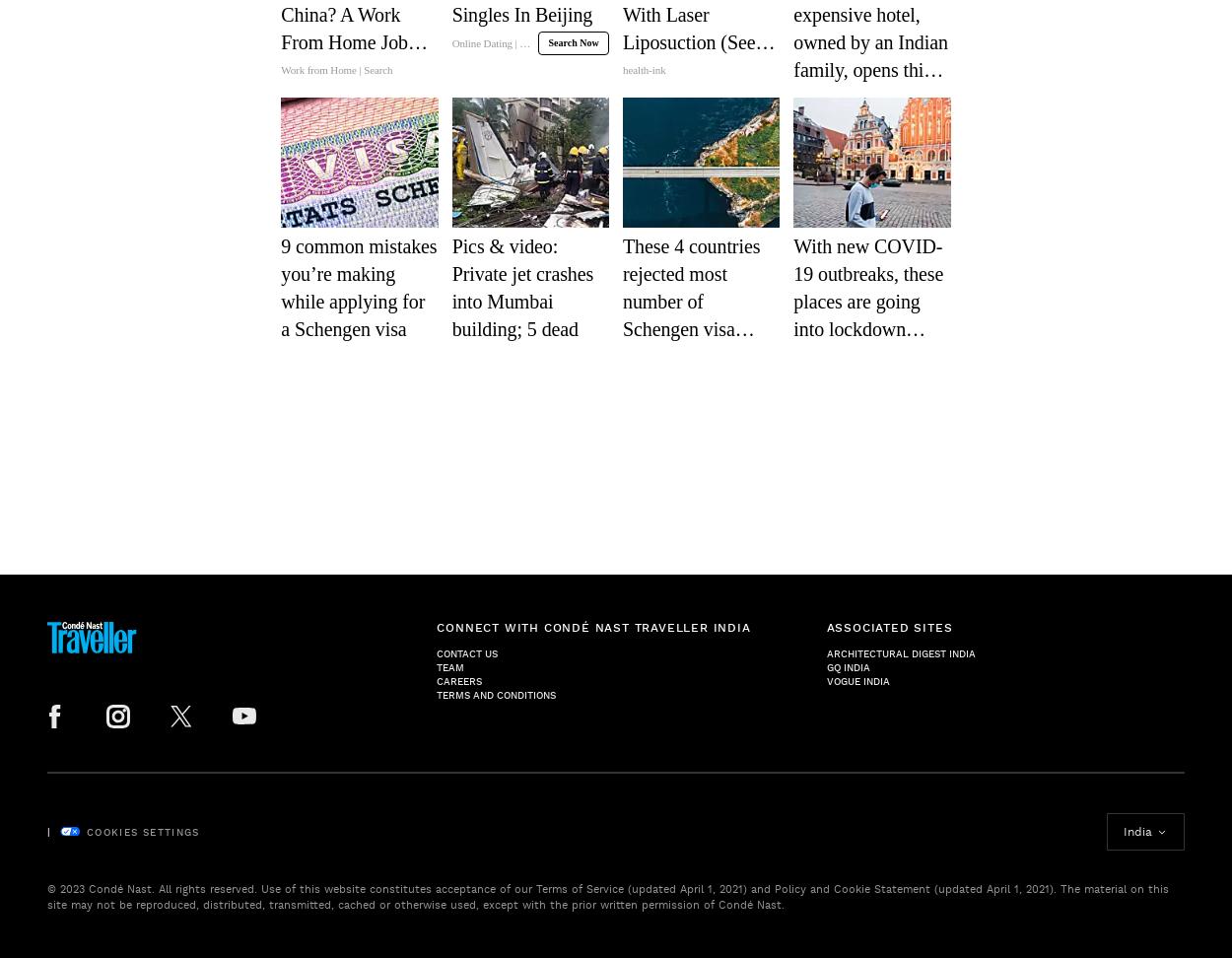 The image size is (1232, 958). I want to click on 'Cookies Settings', so click(143, 831).